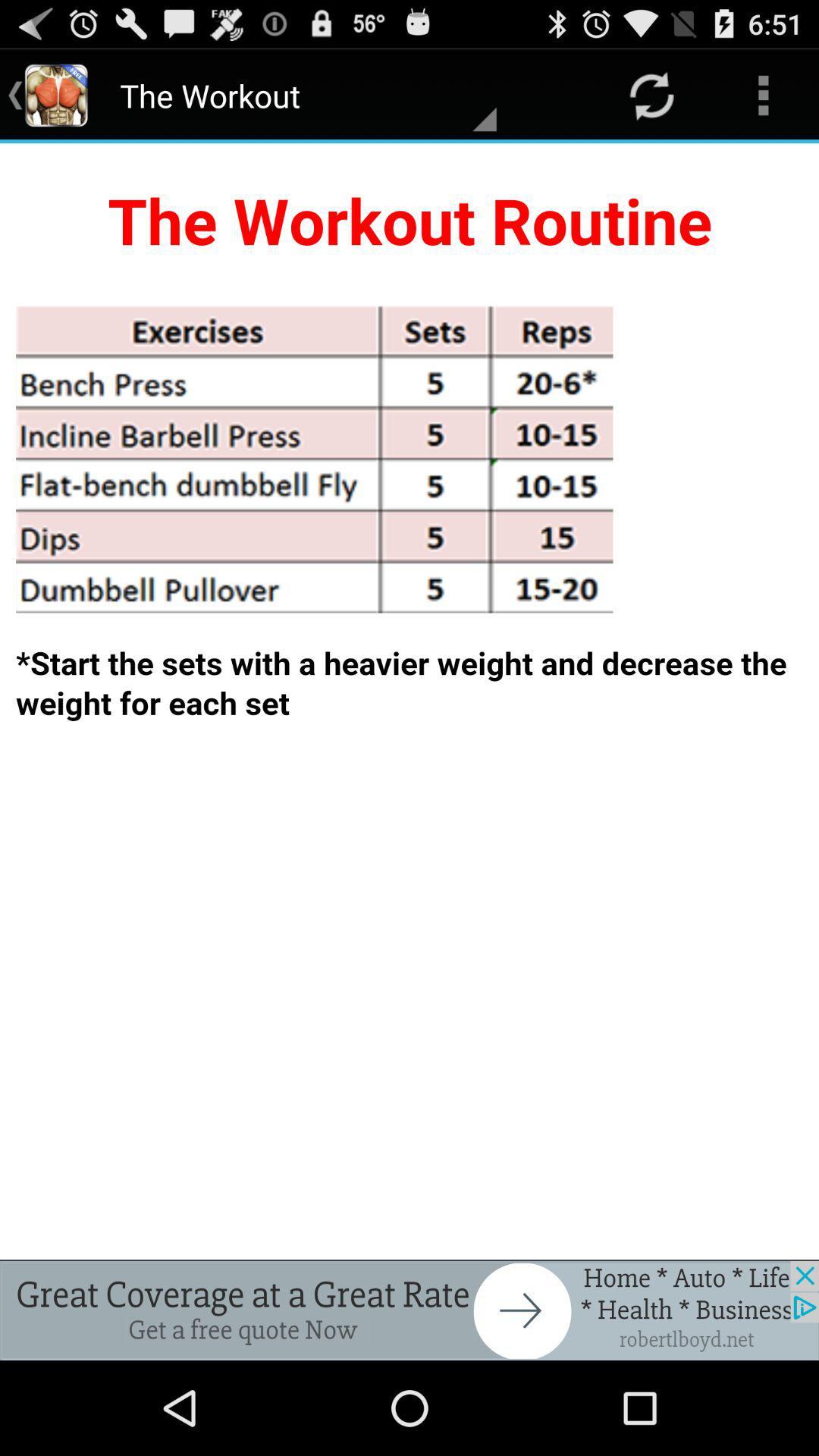 This screenshot has height=1456, width=819. Describe the element at coordinates (409, 1310) in the screenshot. I see `explore the advertisement` at that location.